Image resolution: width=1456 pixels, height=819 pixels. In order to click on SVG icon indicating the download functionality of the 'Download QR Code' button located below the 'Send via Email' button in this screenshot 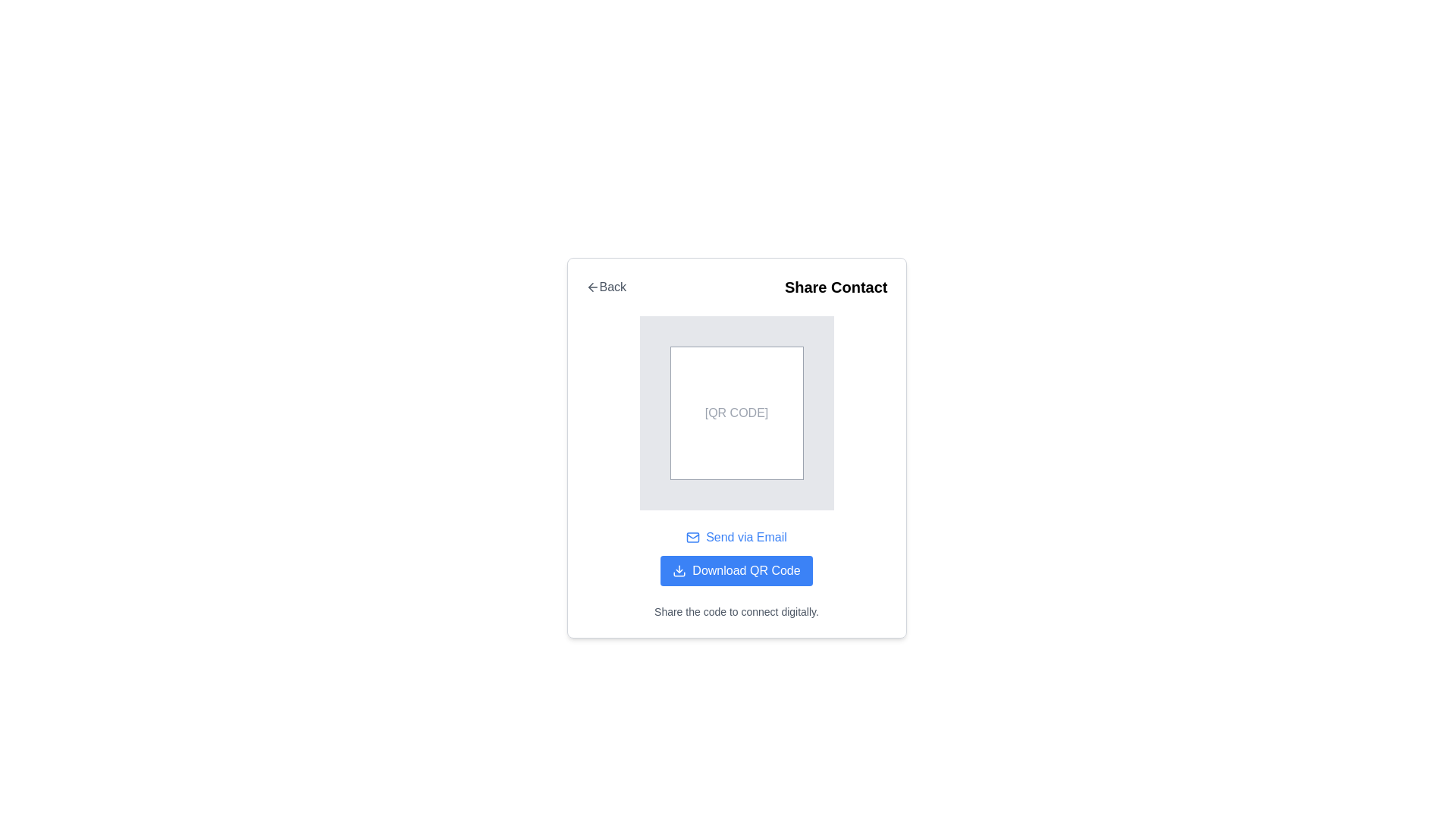, I will do `click(679, 570)`.